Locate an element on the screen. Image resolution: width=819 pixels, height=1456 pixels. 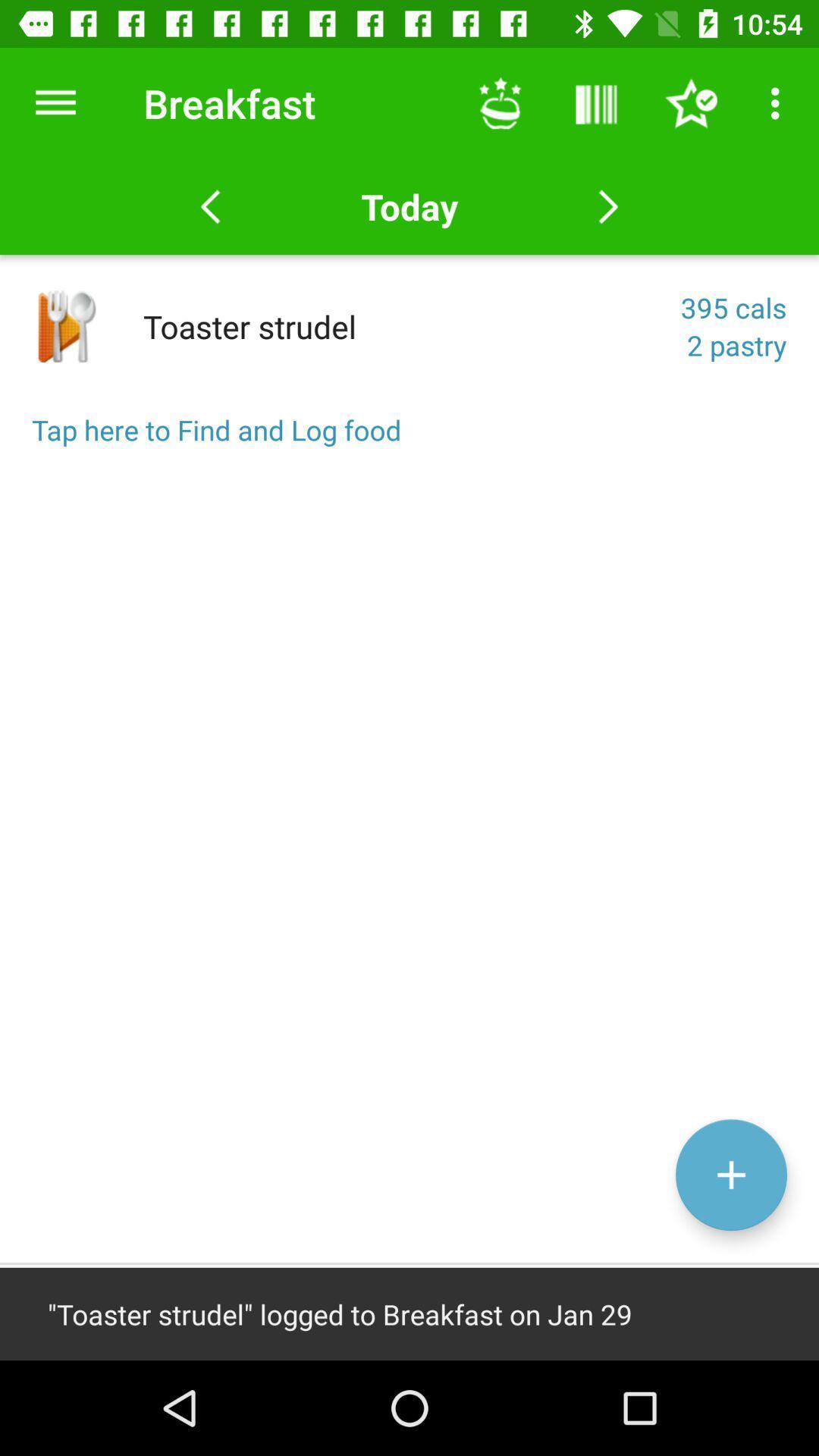
the  icon in the bottom right is located at coordinates (730, 1174).